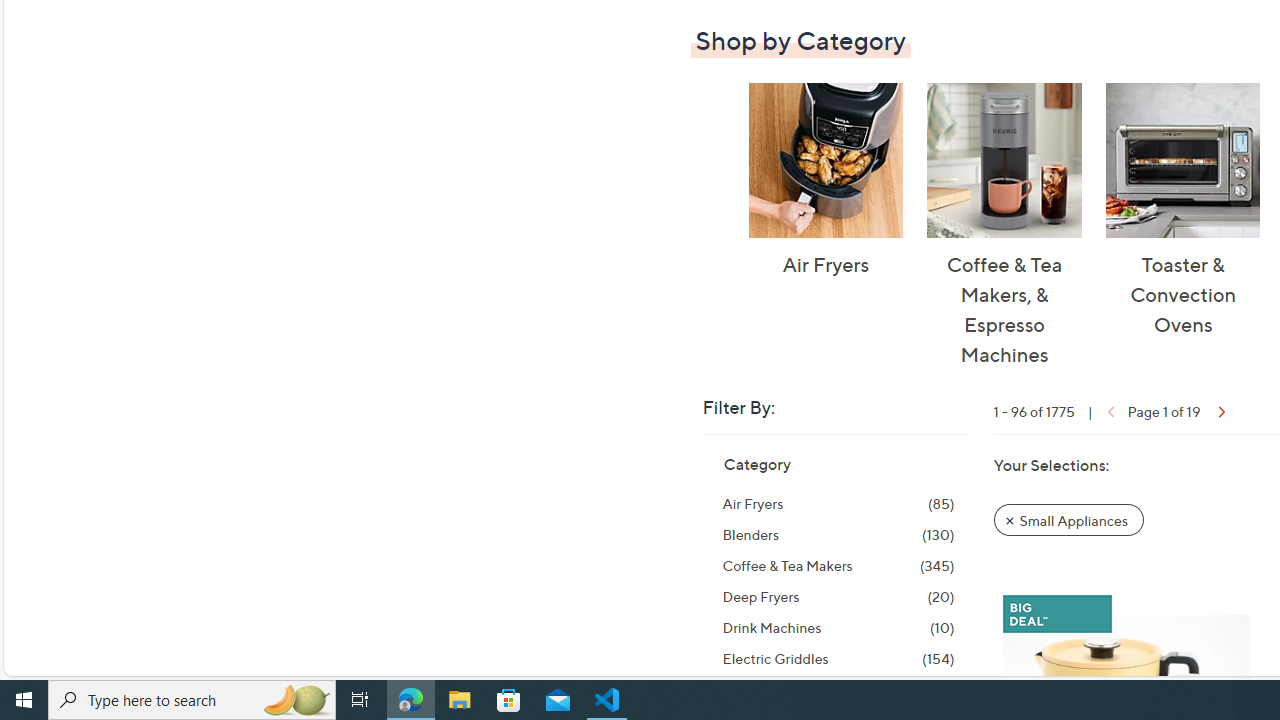 The width and height of the screenshot is (1280, 720). I want to click on 'Remove Filter: Small Appliances', so click(1067, 519).